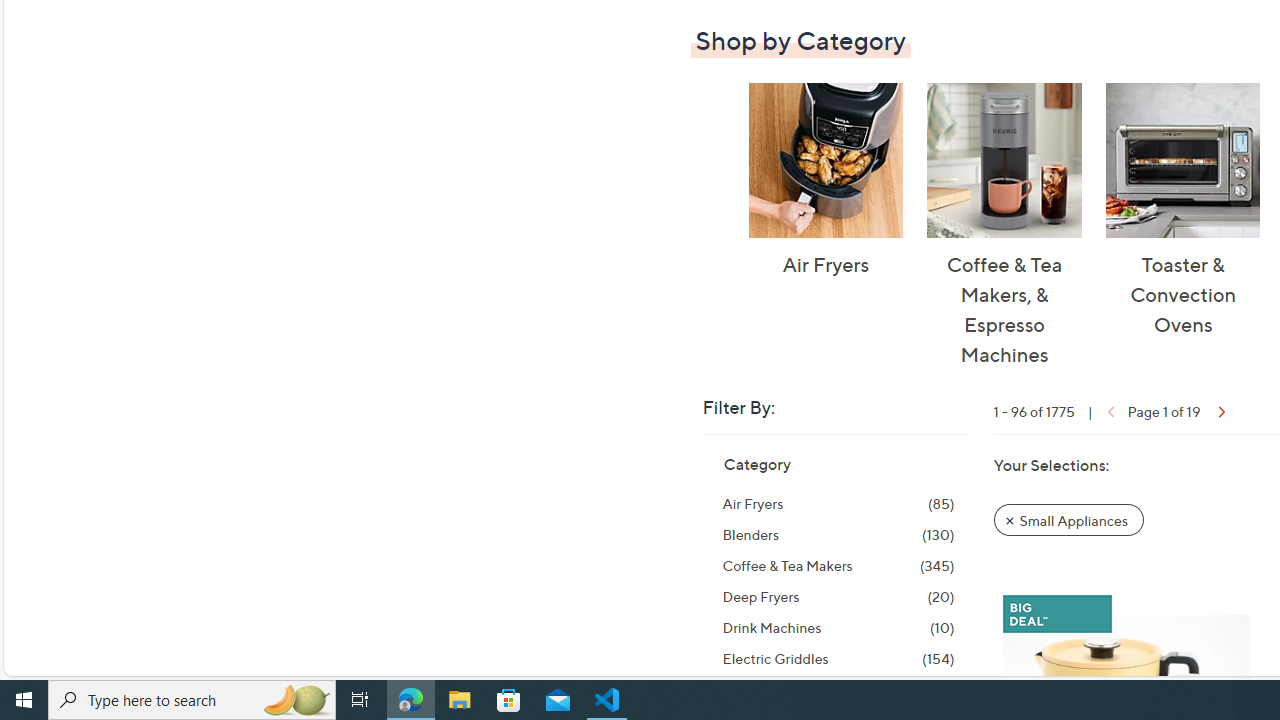 The width and height of the screenshot is (1280, 720). I want to click on 'Remove Filter: Small Appliances', so click(1067, 519).